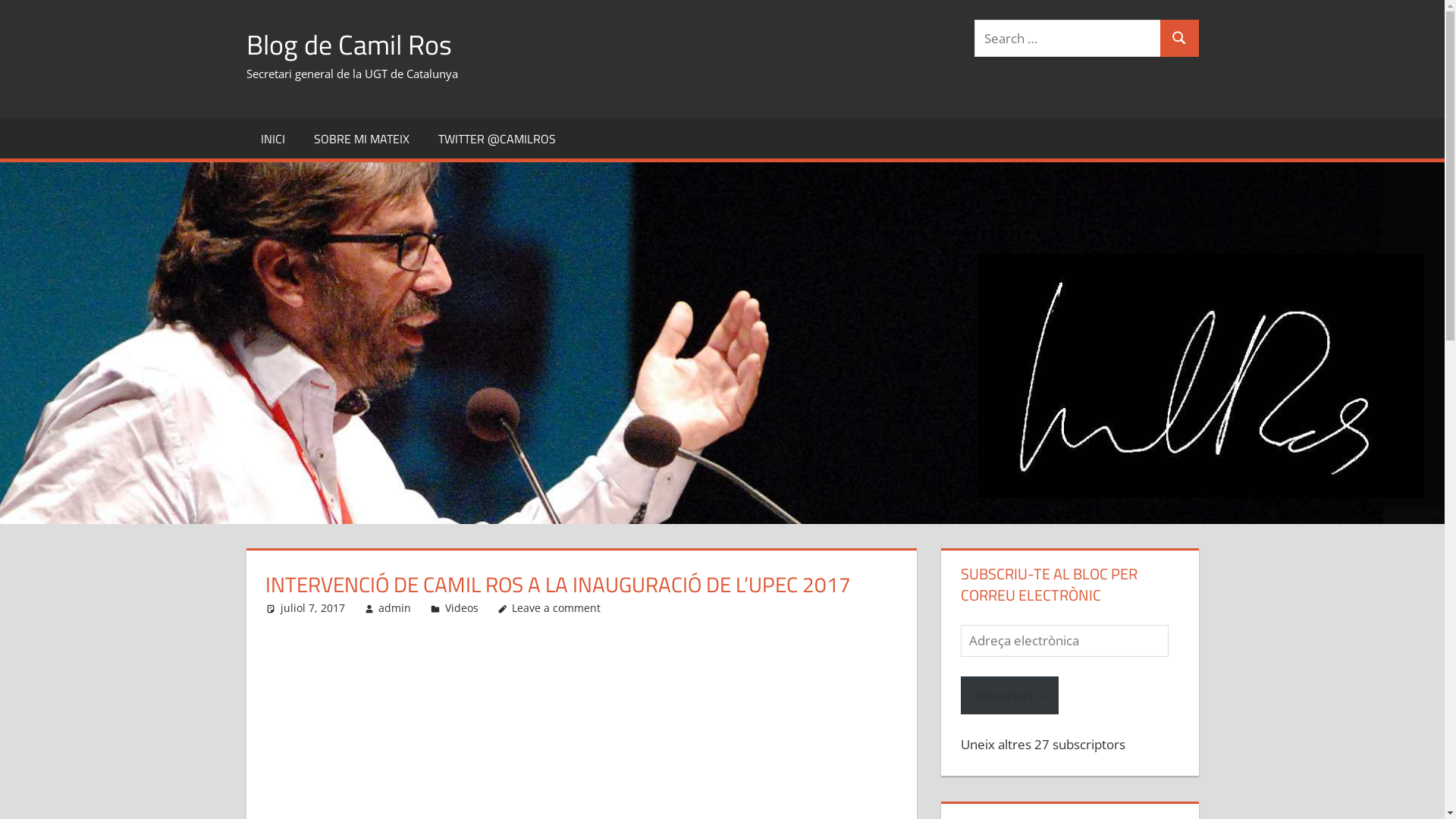  I want to click on 'Subscriure's', so click(960, 695).